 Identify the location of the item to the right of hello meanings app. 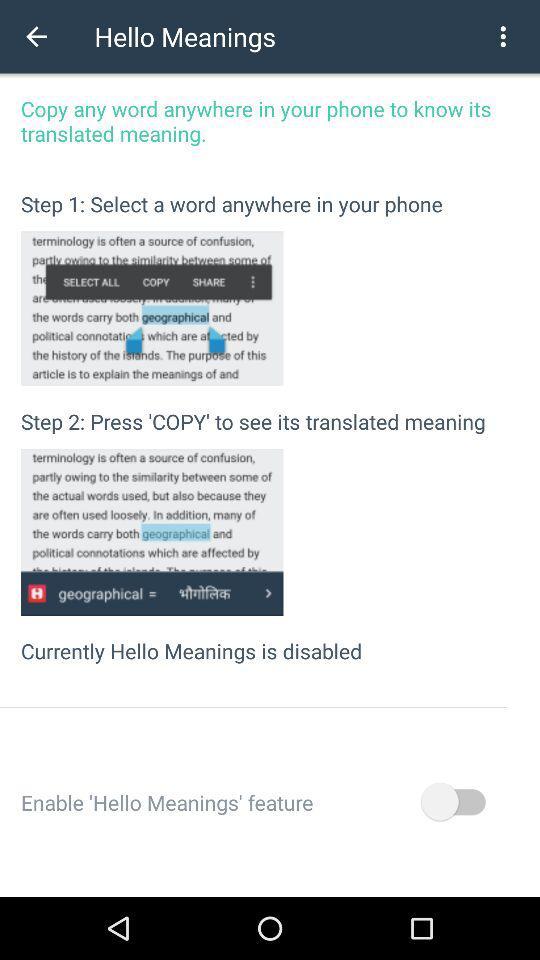
(502, 35).